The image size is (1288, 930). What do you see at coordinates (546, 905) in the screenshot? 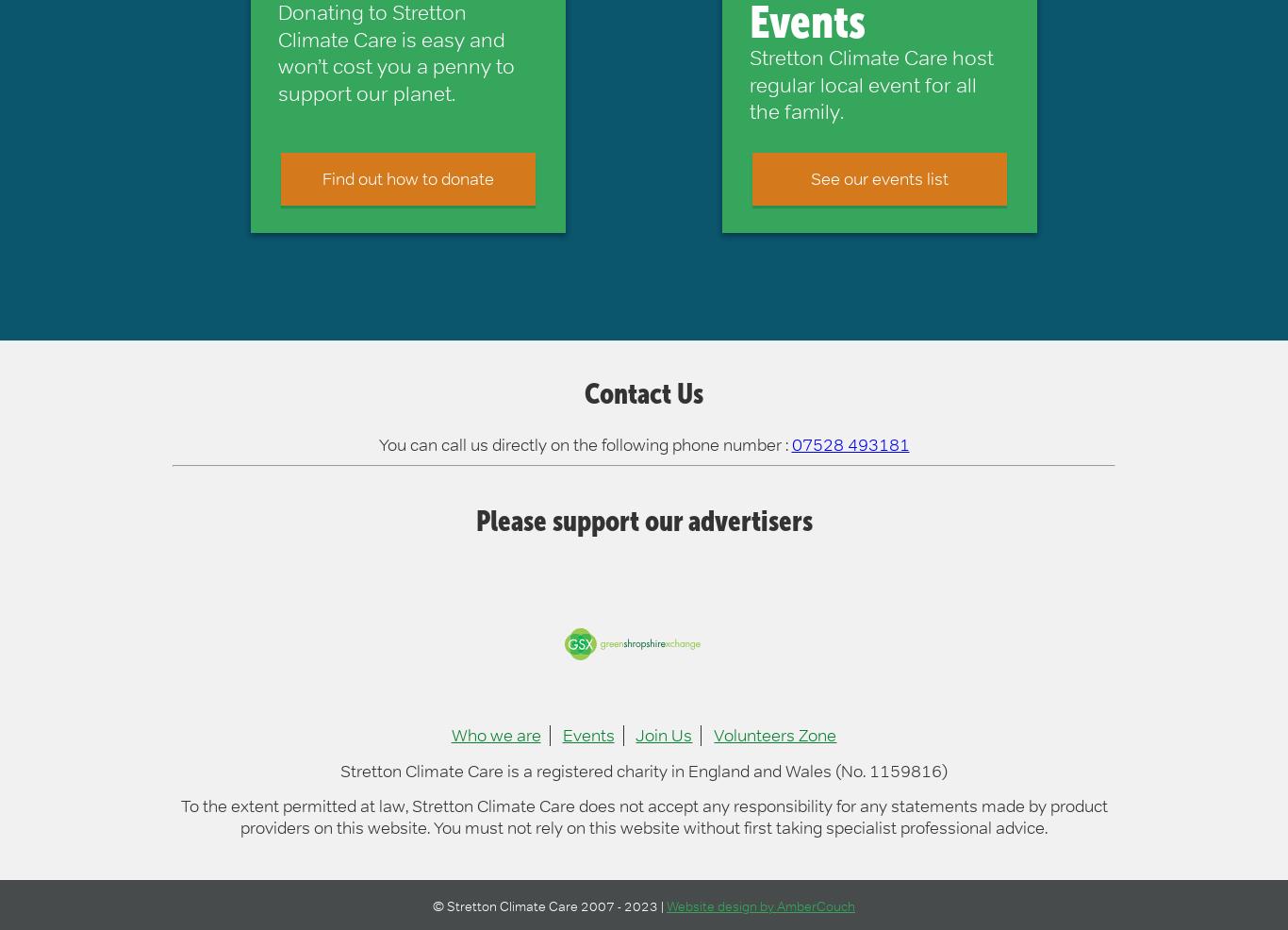
I see `'© Stretton Climate Care 2007 - 2023'` at bounding box center [546, 905].